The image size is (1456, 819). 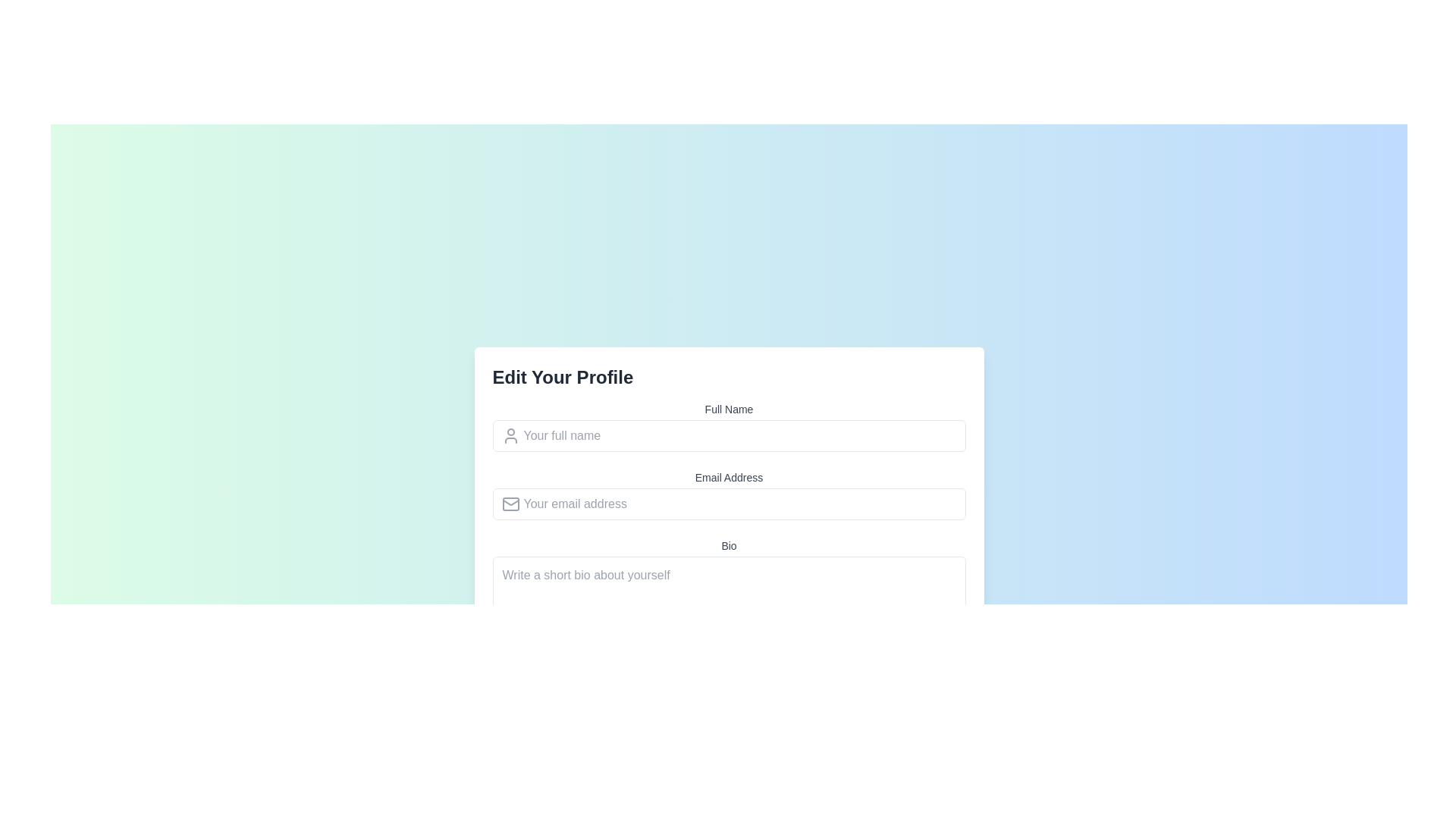 What do you see at coordinates (729, 595) in the screenshot?
I see `to rearrange the cursor position within the multiline text input labeled 'Bio', which features a bold title and placeholder text 'Write a short bio about yourself'` at bounding box center [729, 595].